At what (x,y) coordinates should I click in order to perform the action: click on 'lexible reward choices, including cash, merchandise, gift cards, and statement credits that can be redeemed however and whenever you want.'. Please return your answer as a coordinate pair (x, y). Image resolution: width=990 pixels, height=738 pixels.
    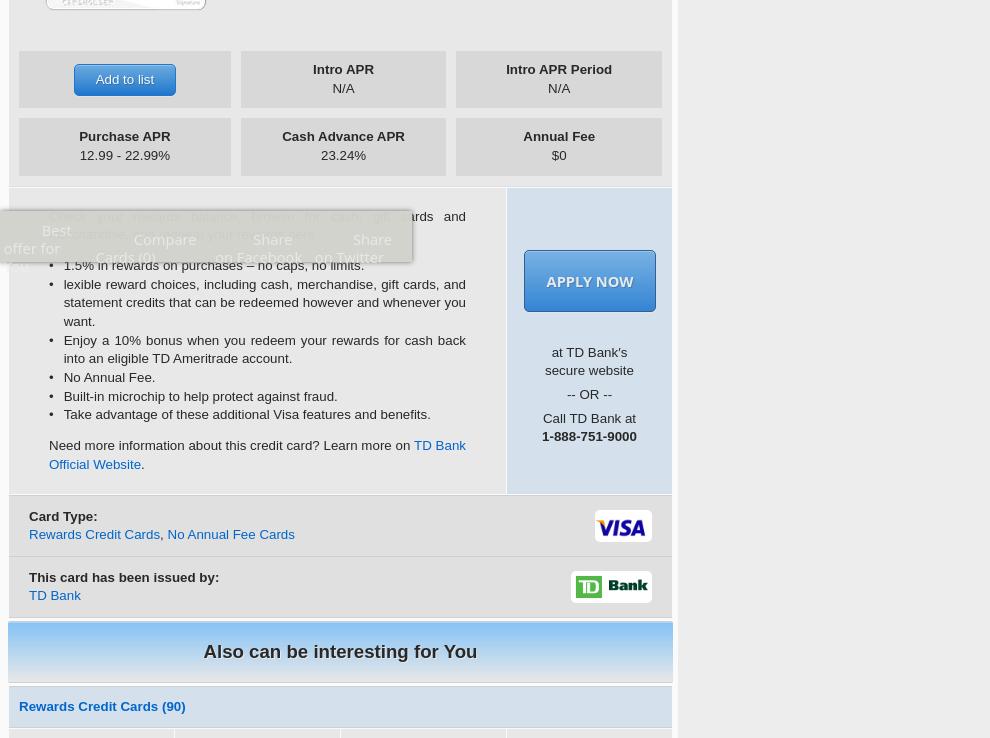
    Looking at the image, I should click on (264, 300).